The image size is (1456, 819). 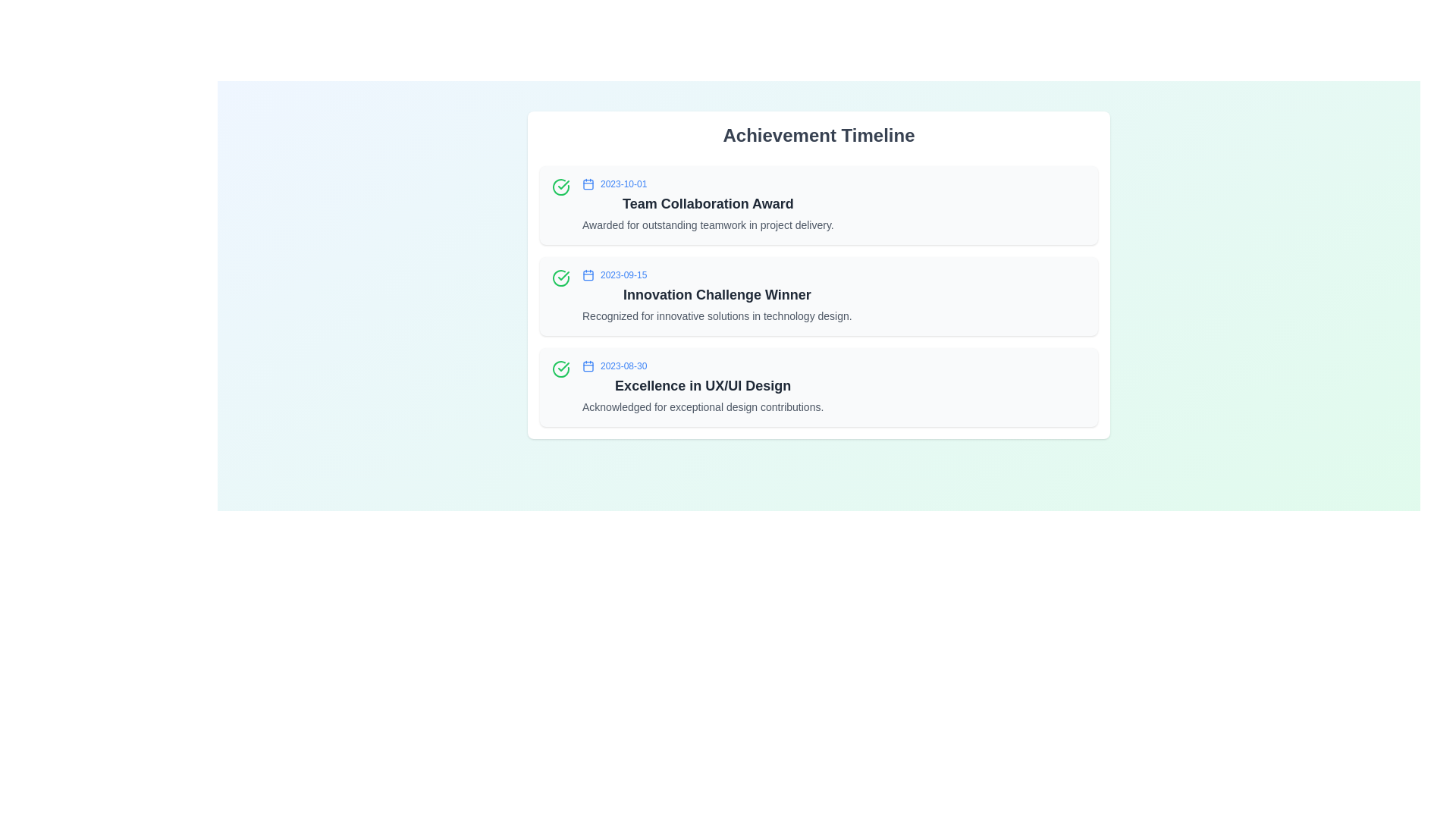 I want to click on information presented in the second entry of the achievement timeline, which details the 'Innovation Challenge Winner' award dated '2023-09-15', so click(x=716, y=296).